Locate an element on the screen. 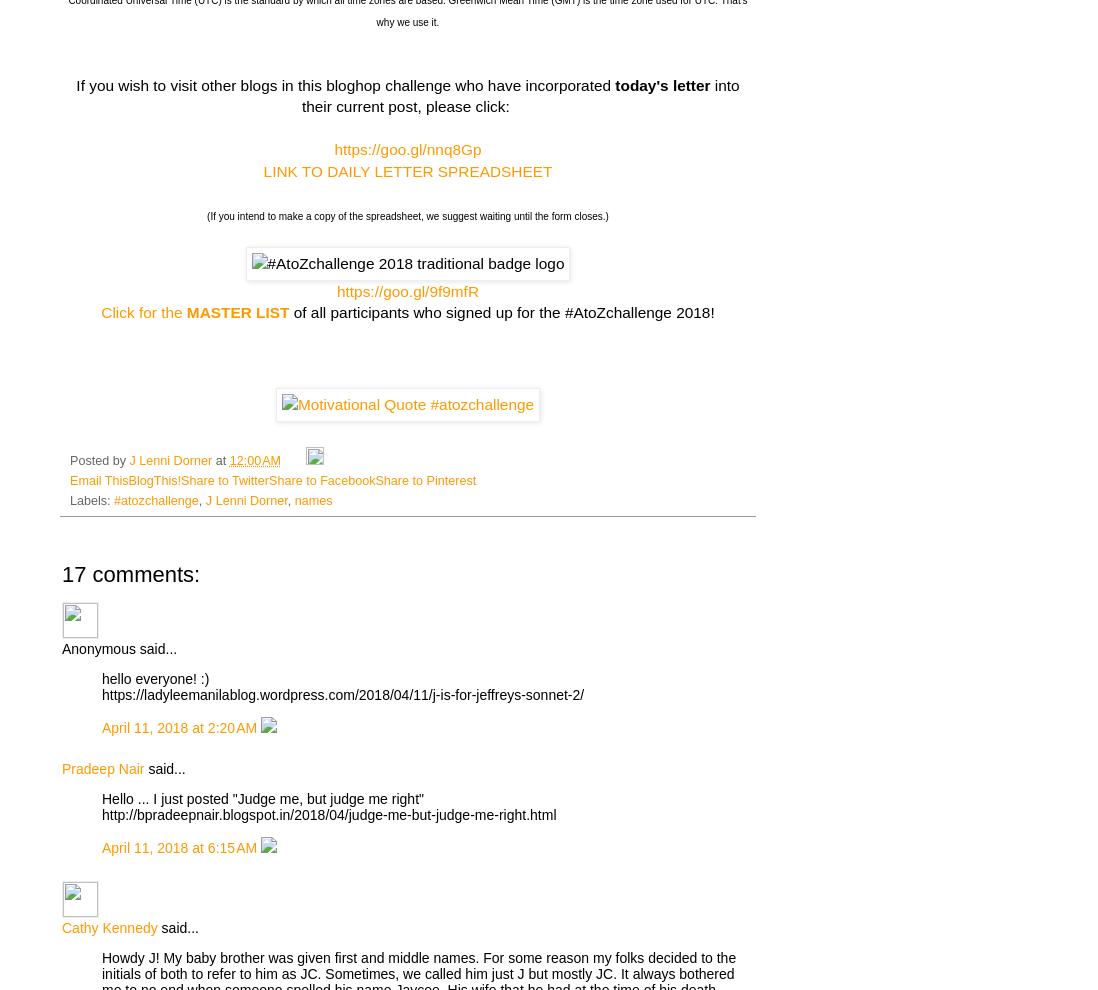 The image size is (1098, 990). 'today's letter' is located at coordinates (613, 84).